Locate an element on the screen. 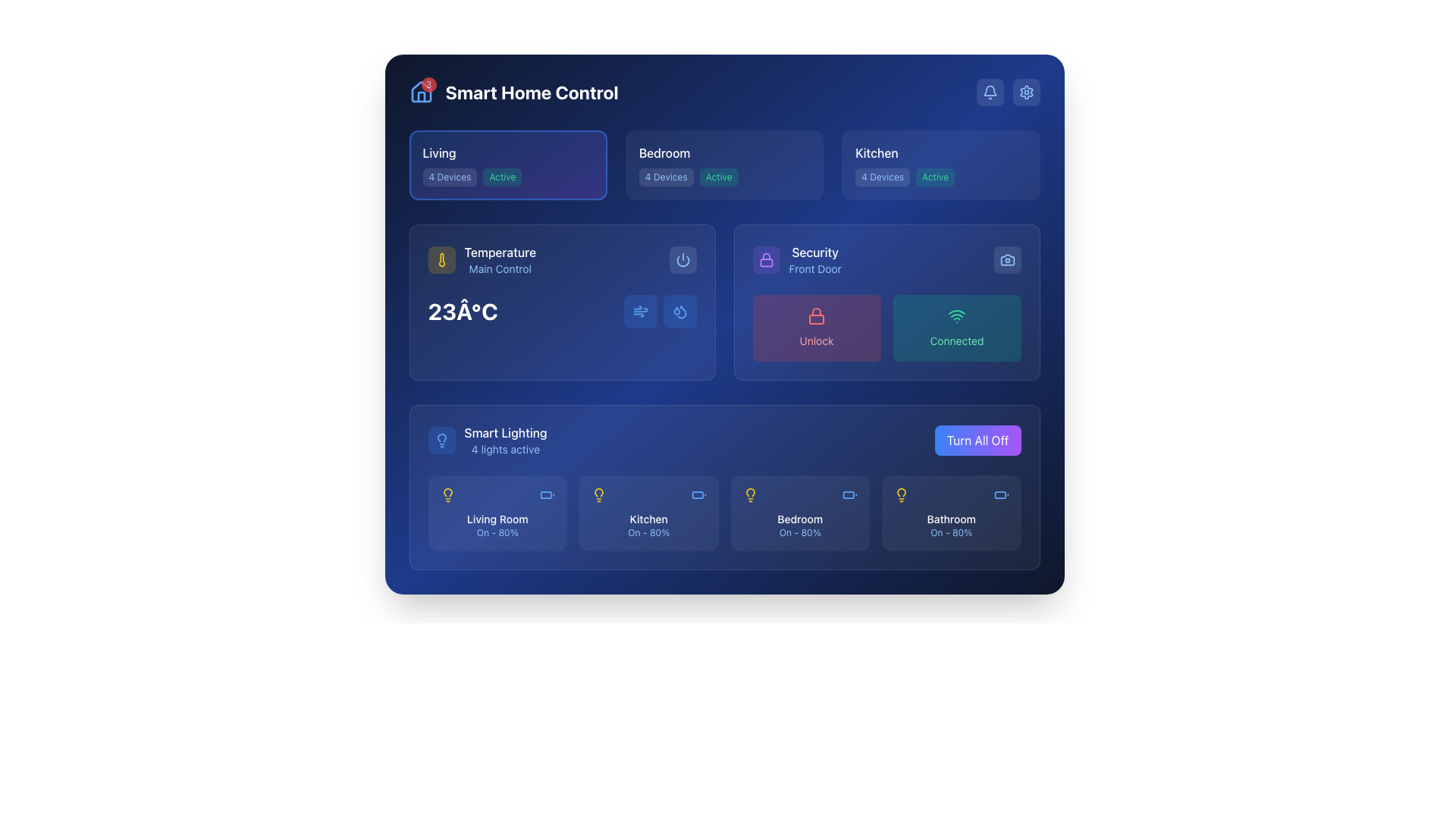 The height and width of the screenshot is (819, 1456). the static textual display titled 'Smart Lighting' which shows '4 lights active' in a blue font, located to the right of a lightbulb icon in the lower-left quadrant of the interface is located at coordinates (506, 441).